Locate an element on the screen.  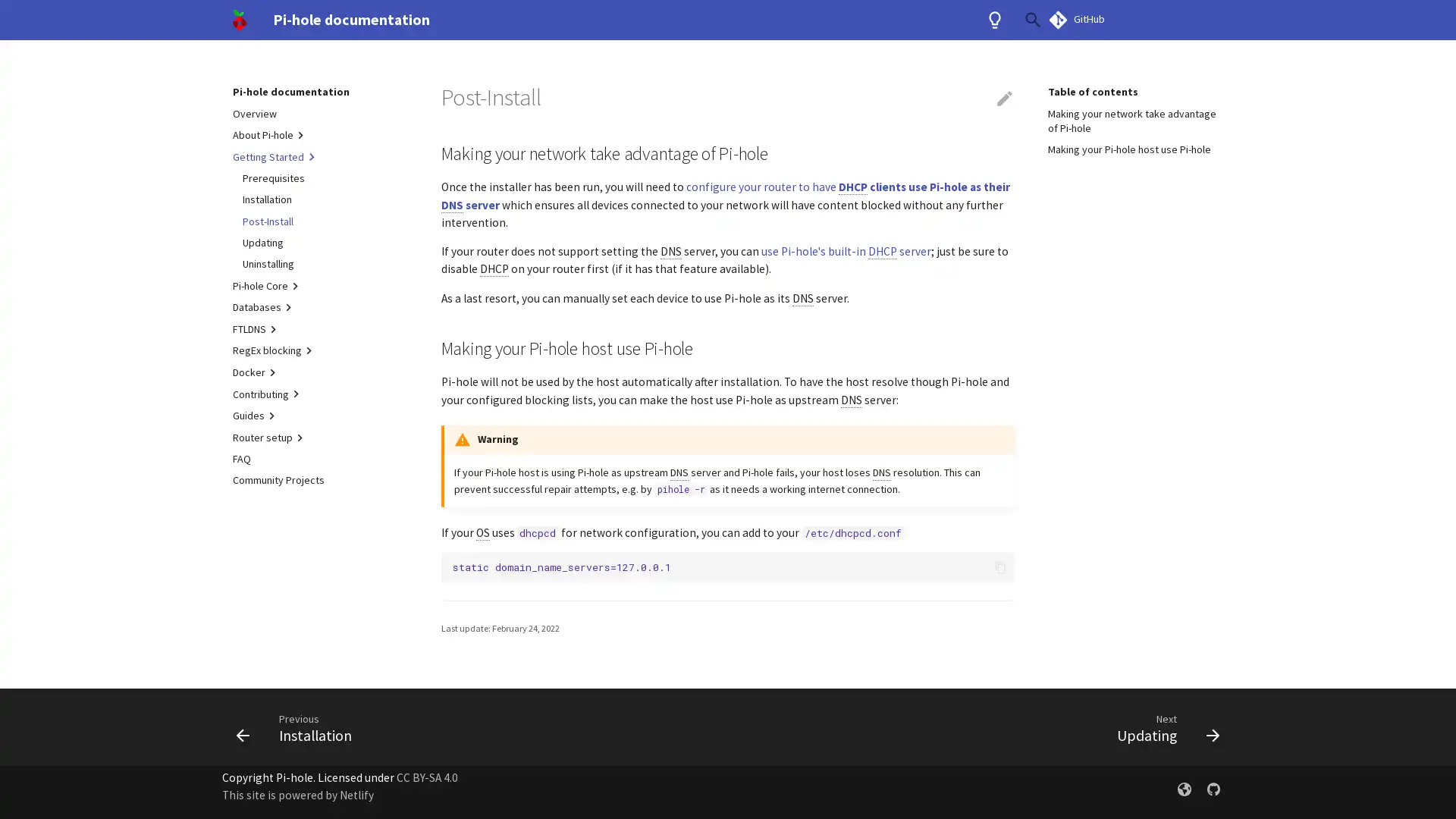
Clear is located at coordinates (996, 20).